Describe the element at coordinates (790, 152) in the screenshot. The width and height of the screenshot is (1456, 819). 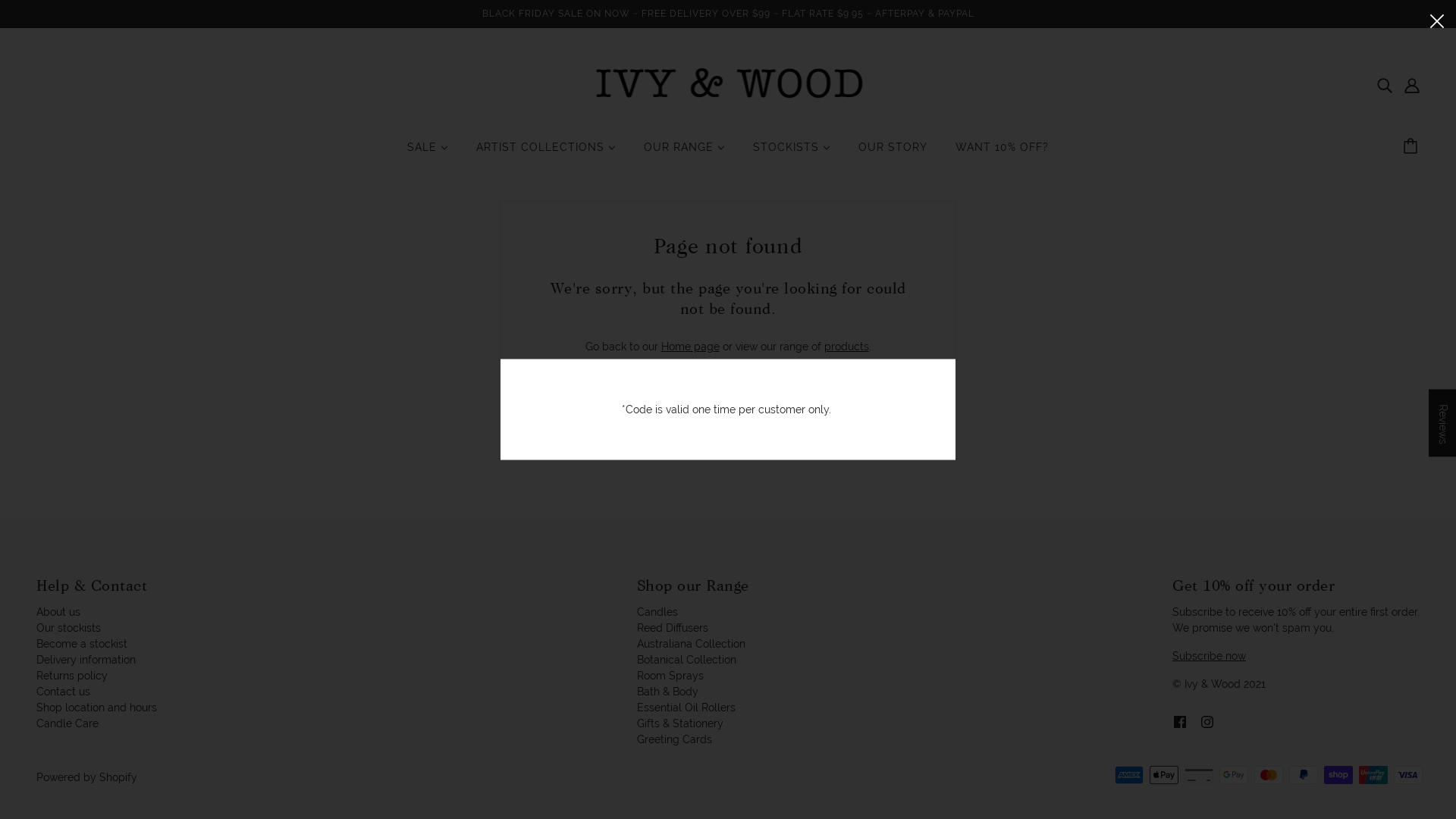
I see `'STOCKISTS'` at that location.